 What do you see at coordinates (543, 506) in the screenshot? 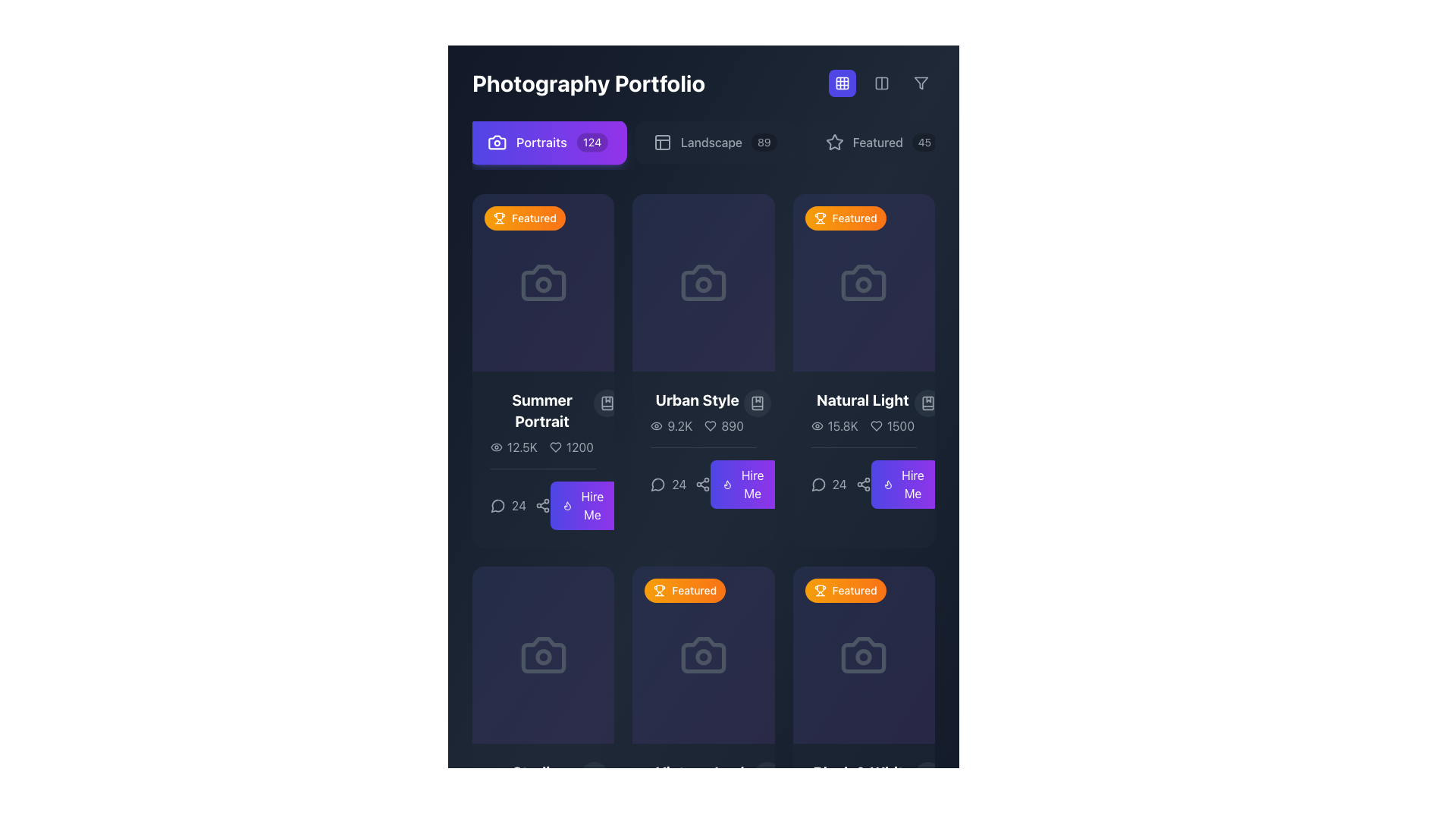
I see `the small icon button resembling a share symbol, located to the right of the numeric value '24'` at bounding box center [543, 506].